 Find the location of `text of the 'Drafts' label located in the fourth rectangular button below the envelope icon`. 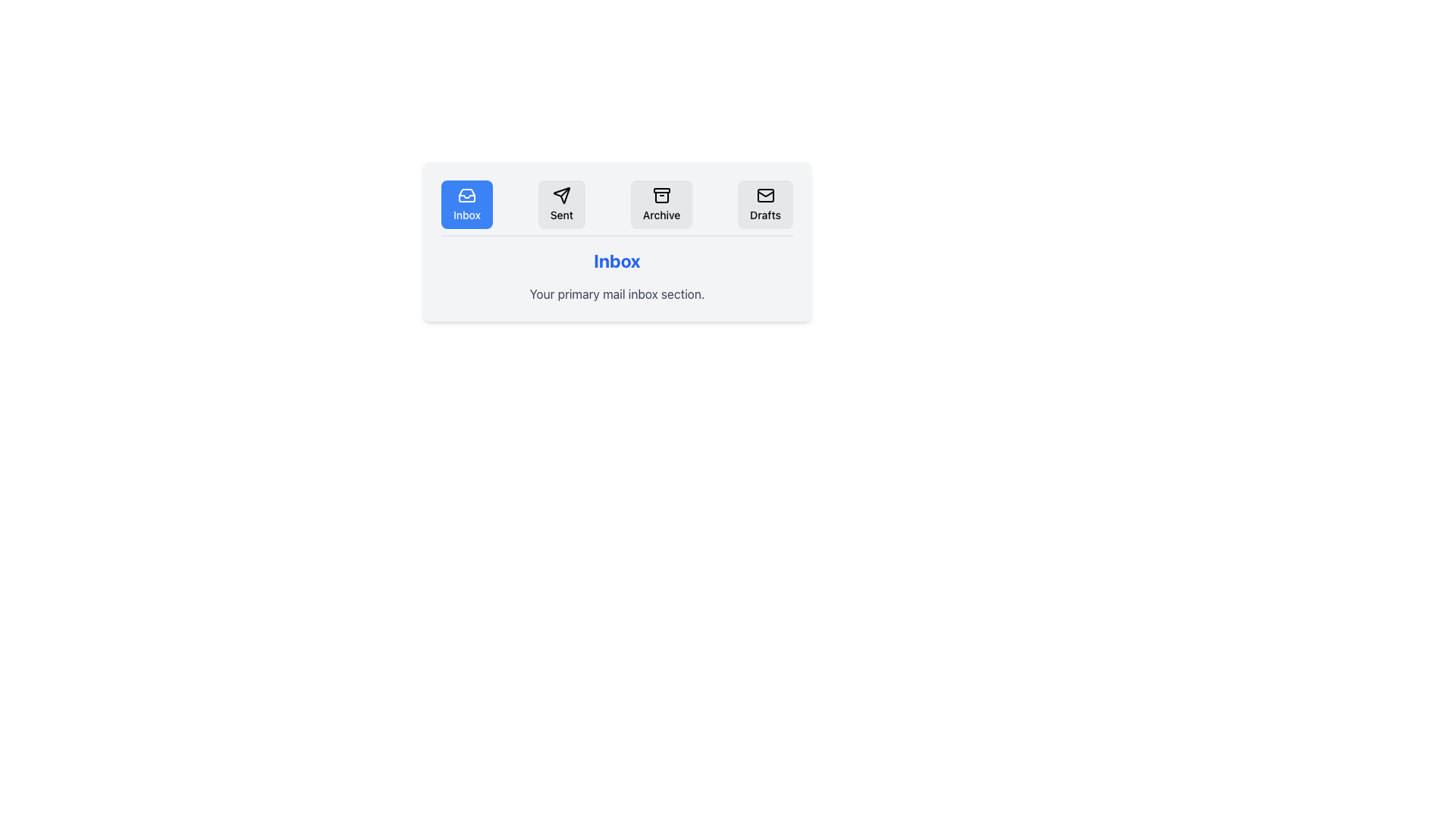

text of the 'Drafts' label located in the fourth rectangular button below the envelope icon is located at coordinates (765, 215).